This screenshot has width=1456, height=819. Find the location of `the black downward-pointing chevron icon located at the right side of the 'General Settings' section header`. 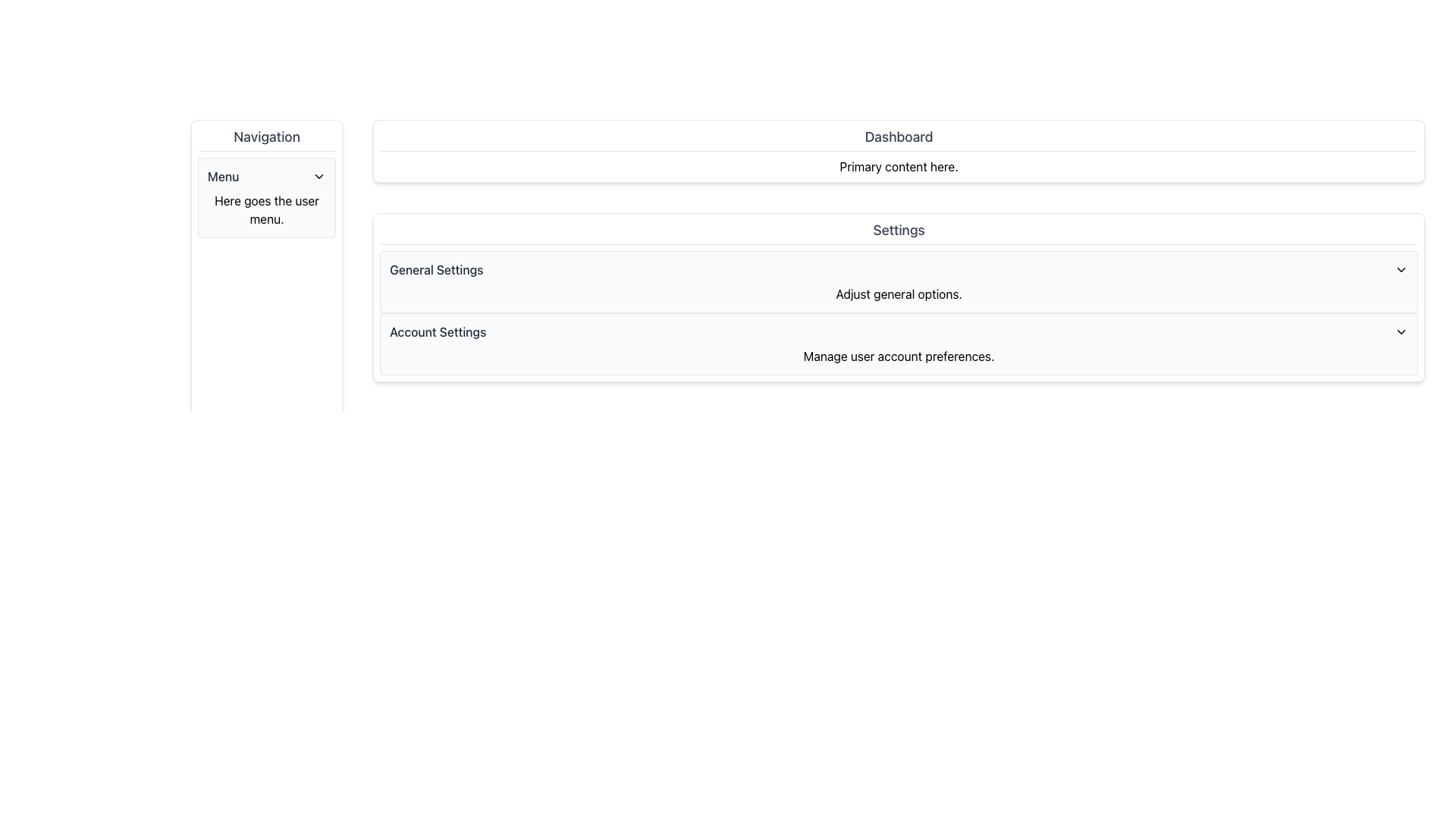

the black downward-pointing chevron icon located at the right side of the 'General Settings' section header is located at coordinates (1401, 268).